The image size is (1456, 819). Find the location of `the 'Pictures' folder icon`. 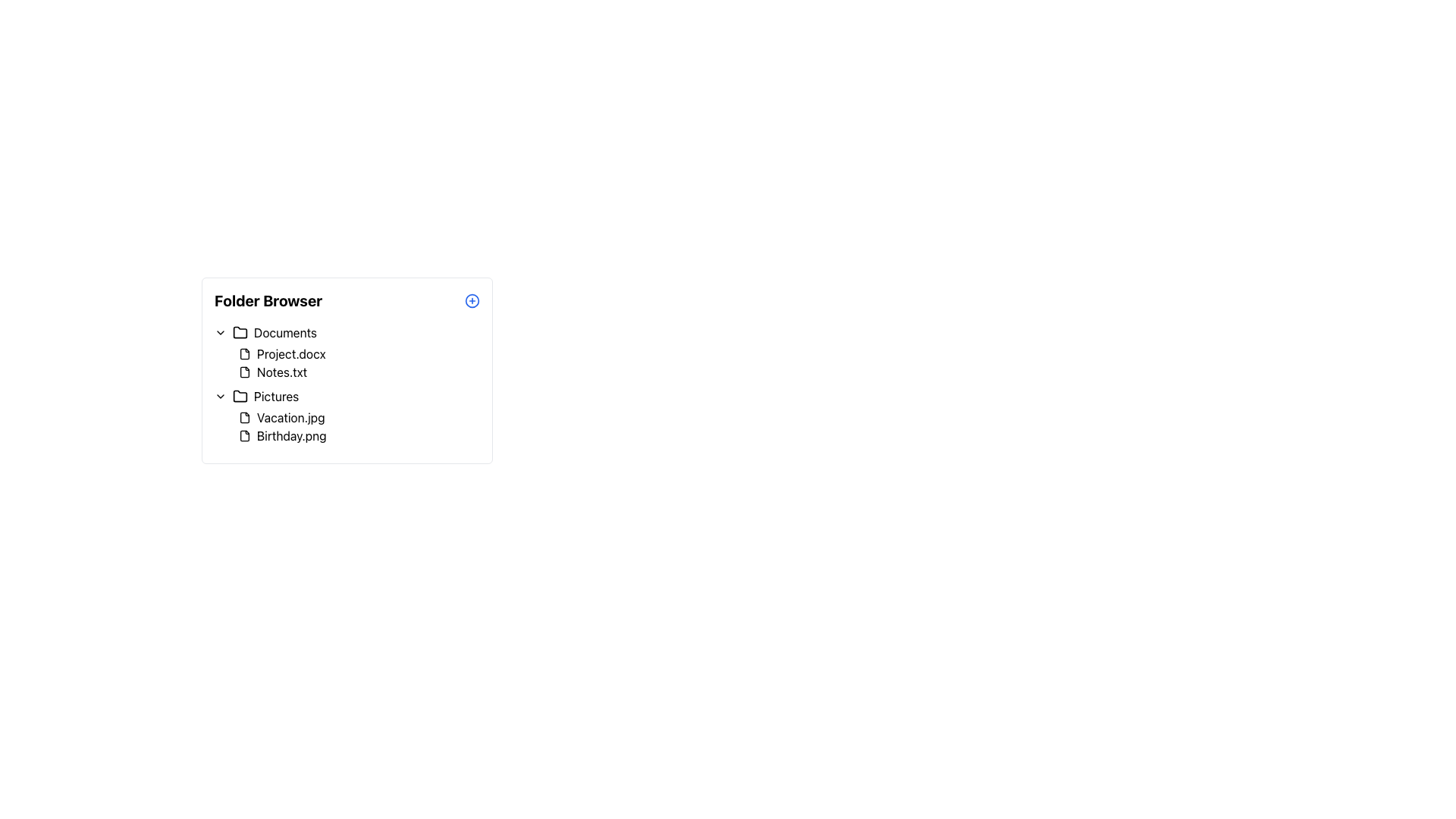

the 'Pictures' folder icon is located at coordinates (239, 394).